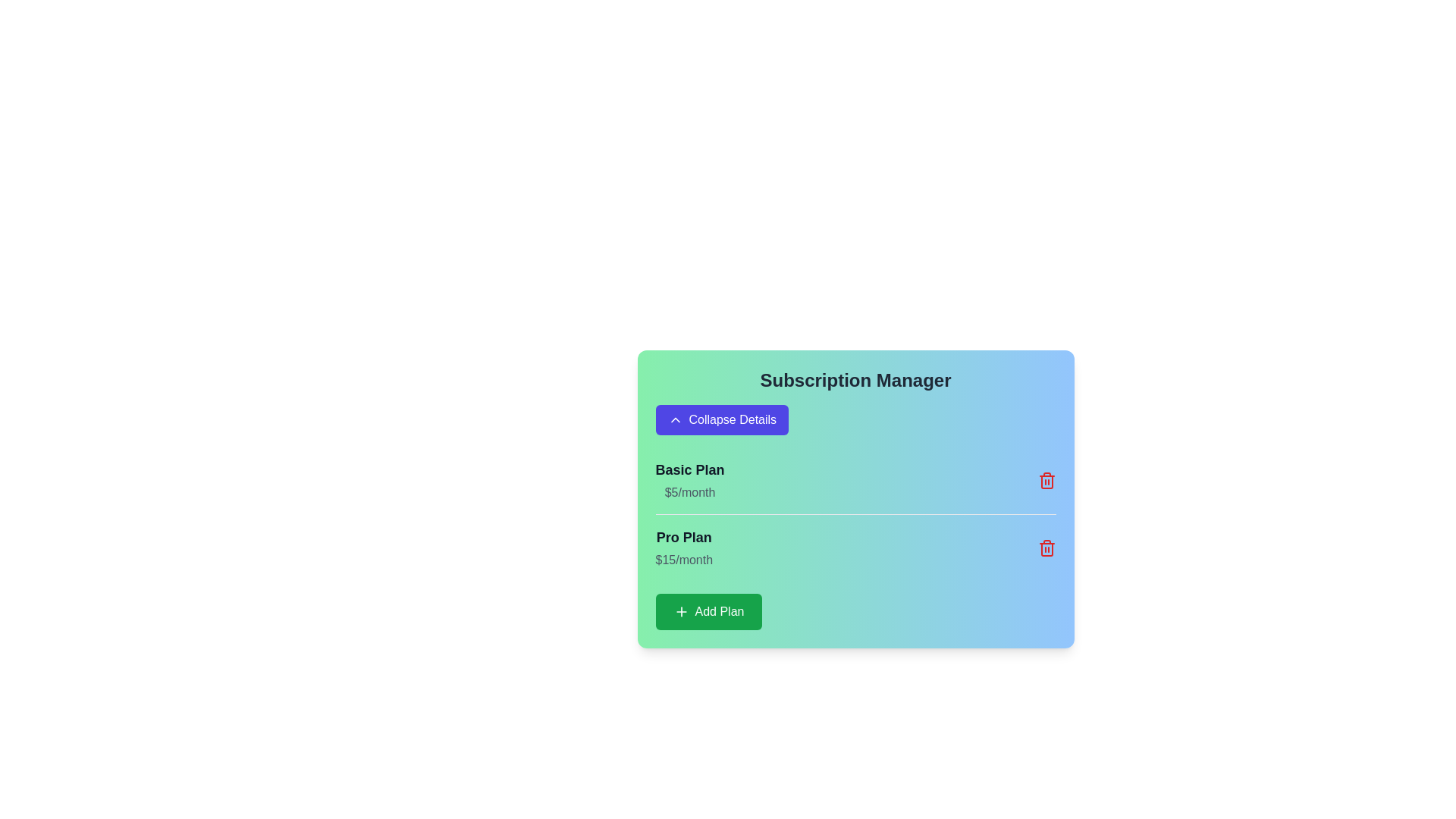  Describe the element at coordinates (674, 420) in the screenshot. I see `the collapse details icon located within the button labeled 'Collapse Details'` at that location.